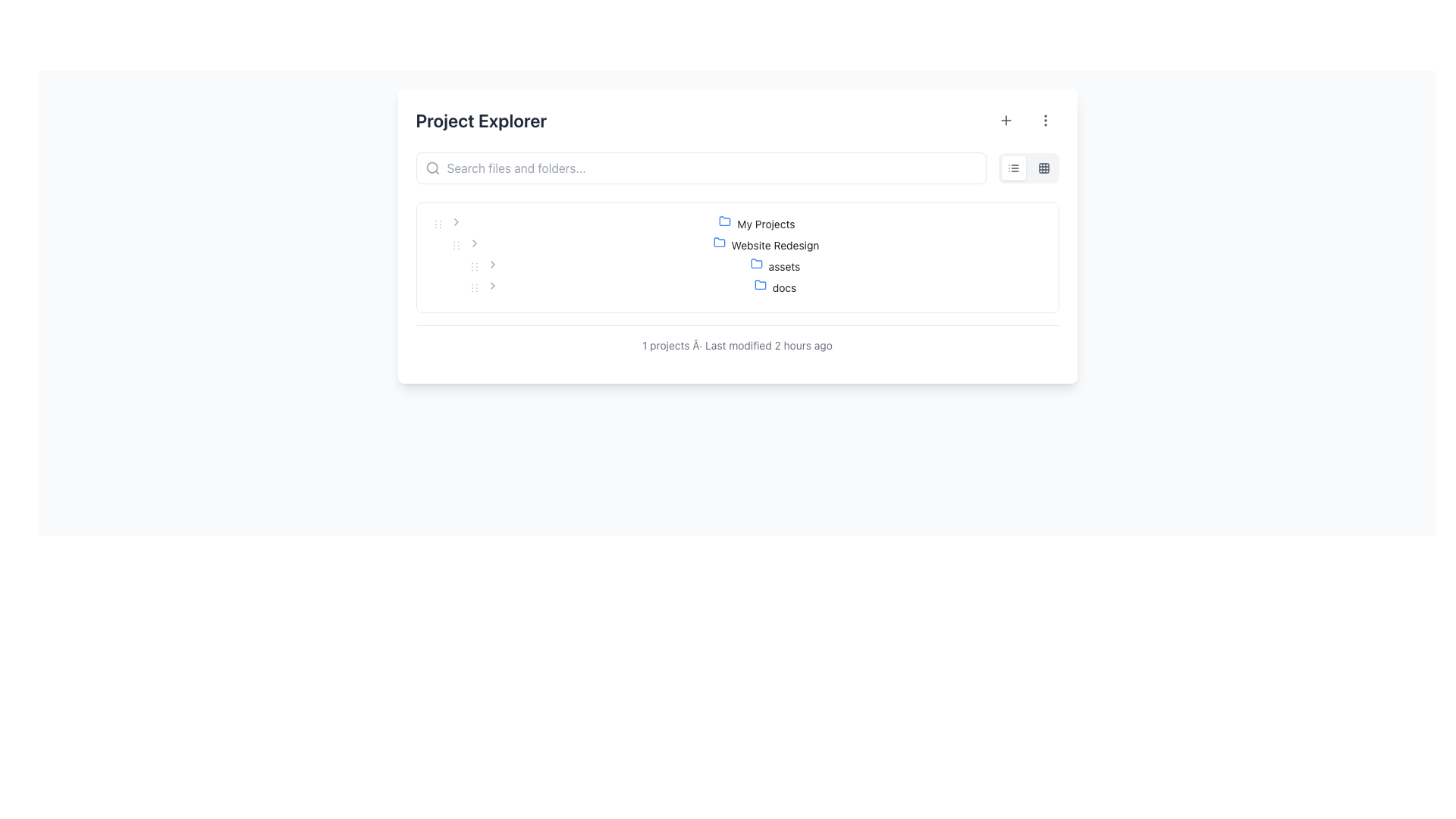 This screenshot has height=819, width=1456. I want to click on the folder icon representing the 'Website Redesign' files, so click(718, 241).